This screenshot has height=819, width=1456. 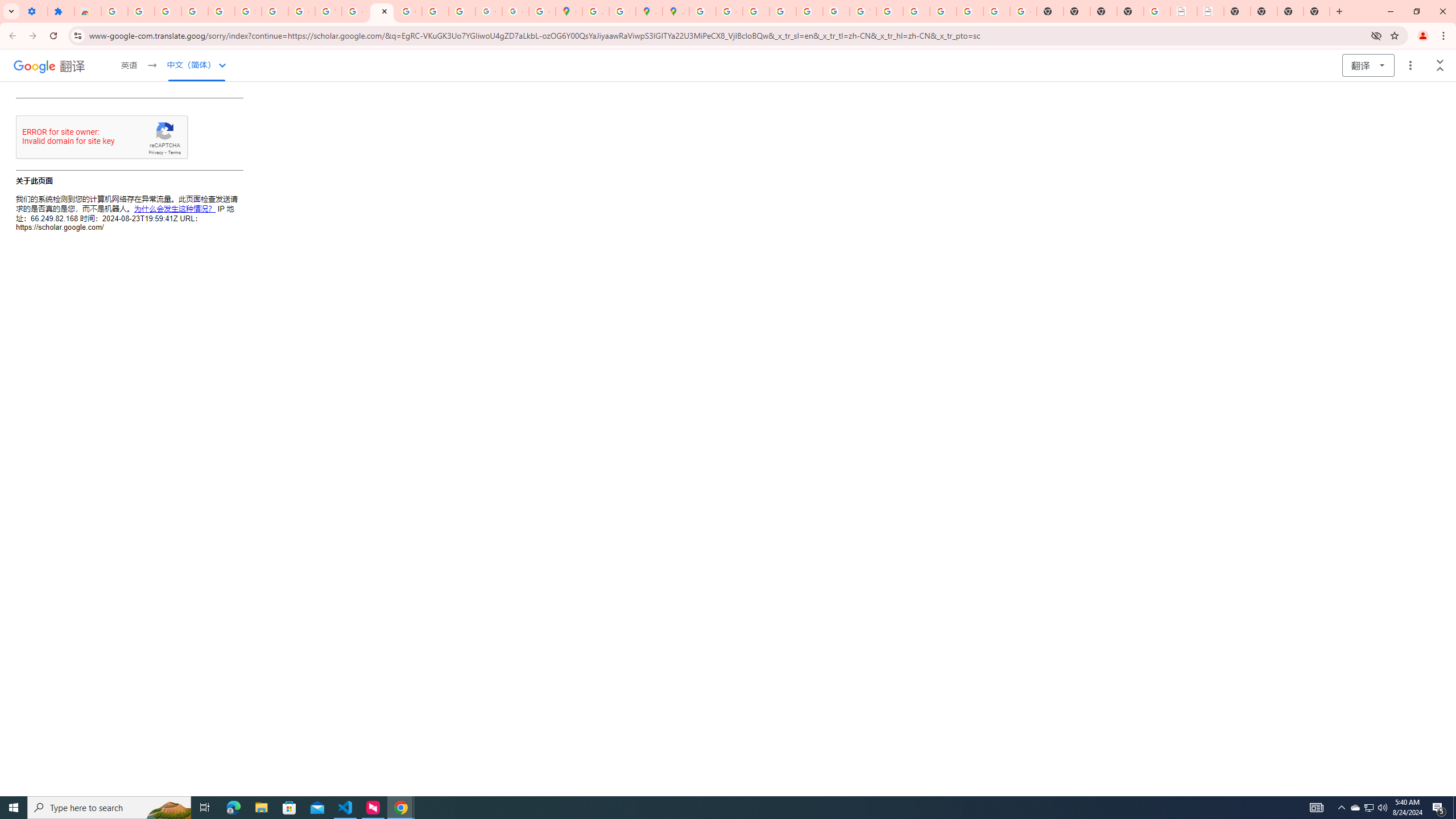 I want to click on 'Settings - On startup', so click(x=34, y=11).